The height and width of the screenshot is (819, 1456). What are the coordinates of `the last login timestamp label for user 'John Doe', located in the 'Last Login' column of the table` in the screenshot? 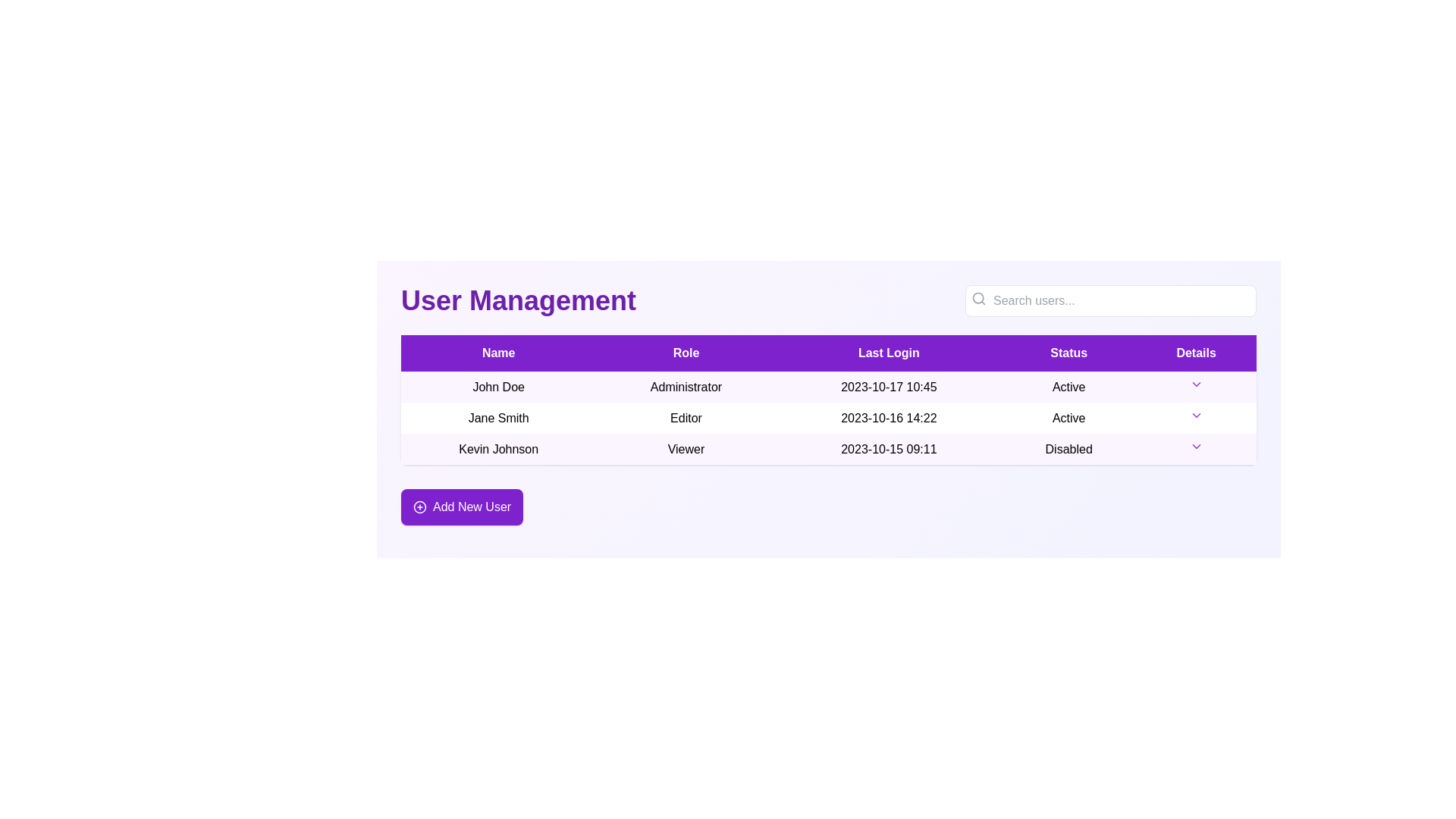 It's located at (889, 386).